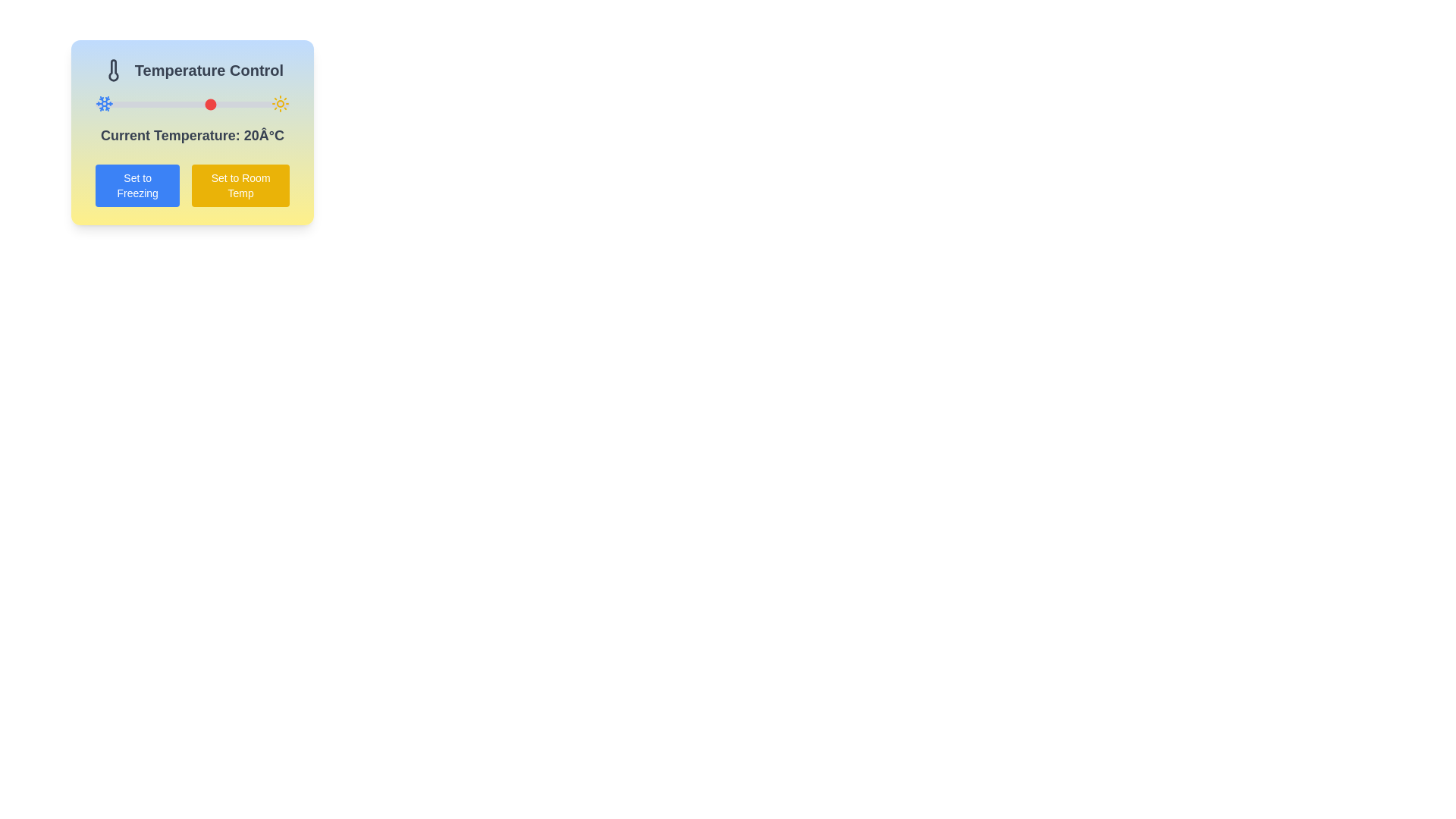  I want to click on the temperature, so click(246, 104).